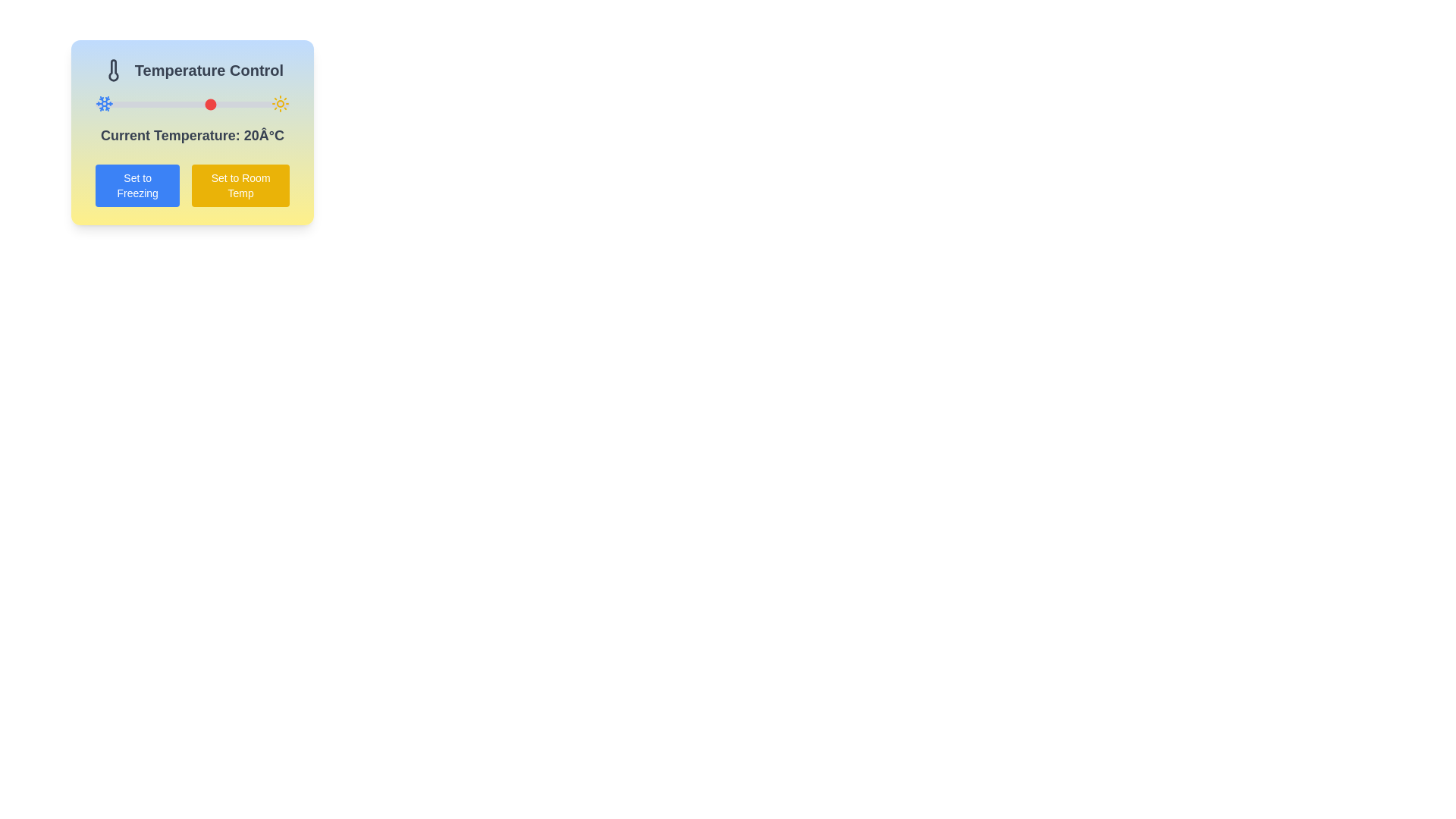  I want to click on the temperature, so click(246, 104).